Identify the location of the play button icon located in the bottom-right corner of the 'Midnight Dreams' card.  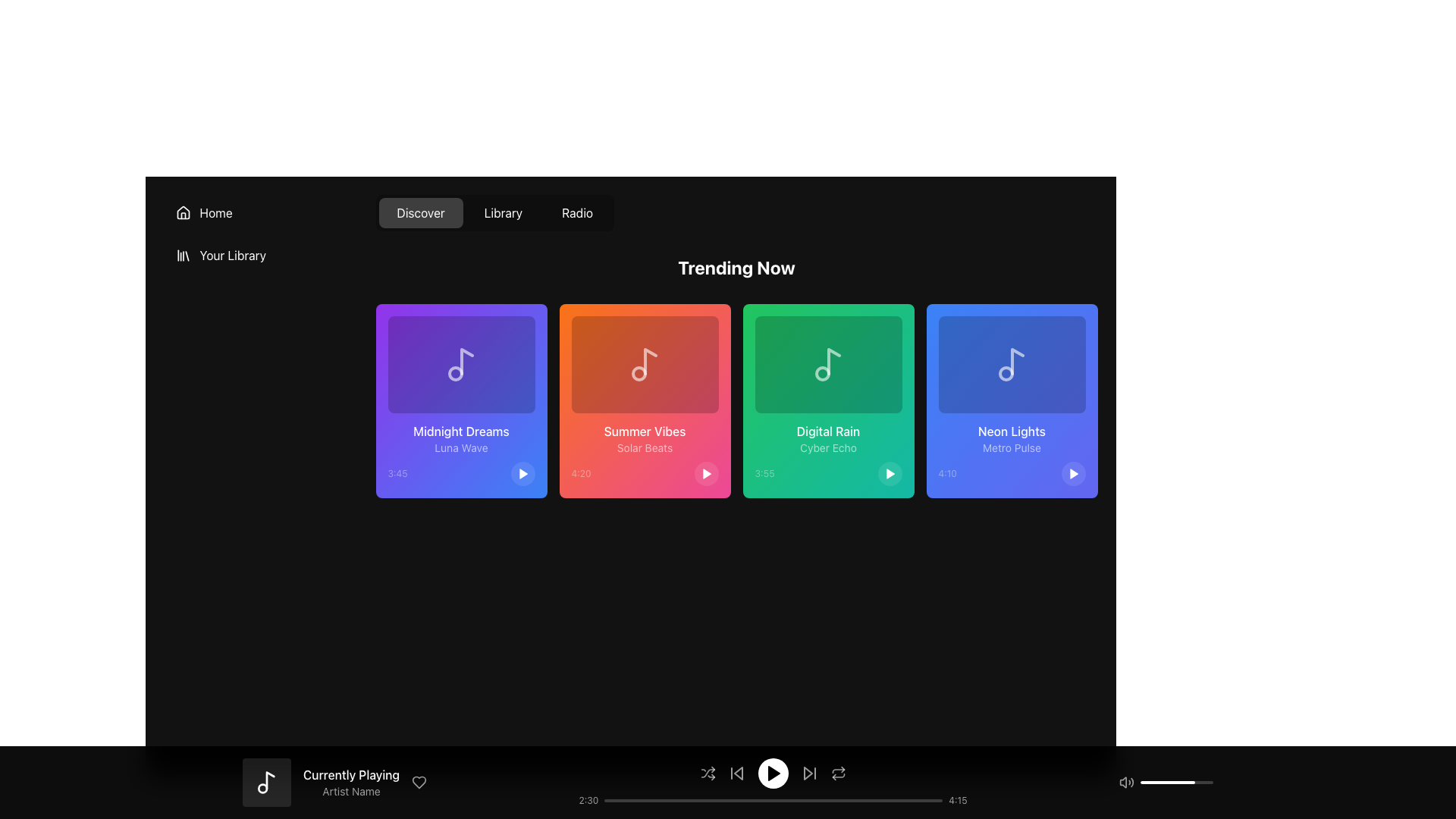
(523, 472).